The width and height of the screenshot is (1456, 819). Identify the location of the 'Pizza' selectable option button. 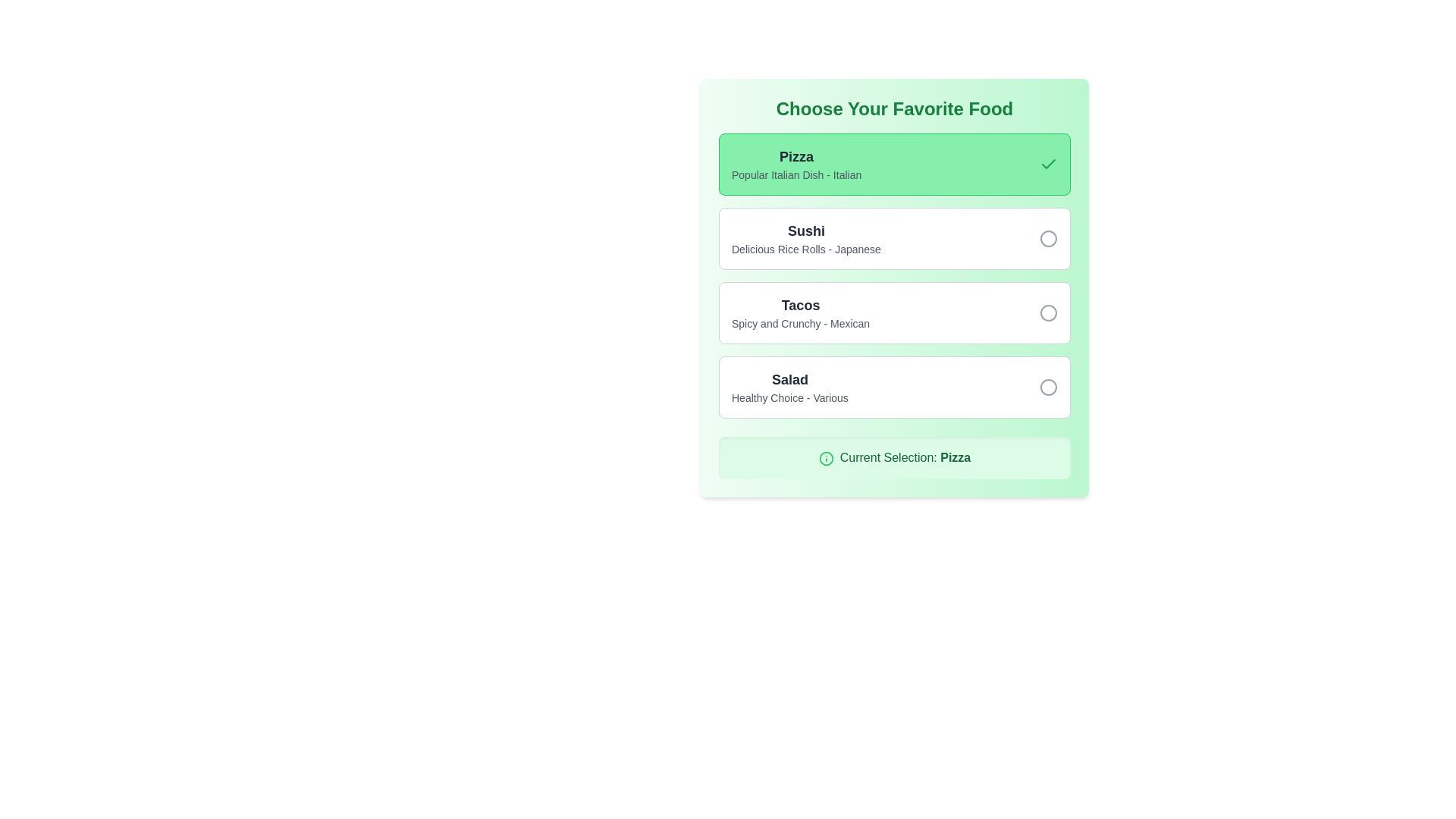
(895, 164).